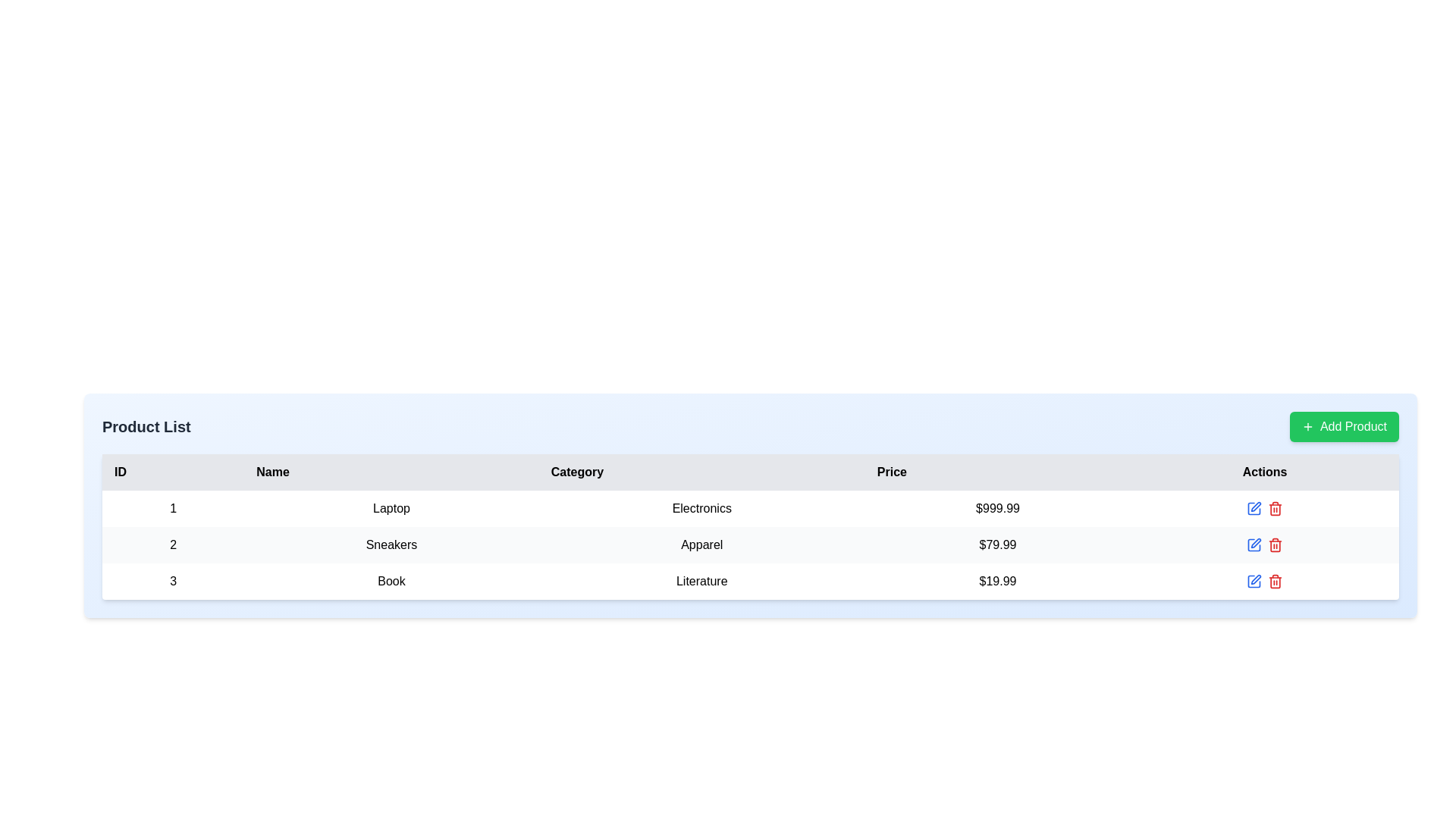 The height and width of the screenshot is (819, 1456). What do you see at coordinates (1265, 509) in the screenshot?
I see `the red delete icon in the Actions column of the first row of the table for the product 'Laptop' with ID '1'` at bounding box center [1265, 509].